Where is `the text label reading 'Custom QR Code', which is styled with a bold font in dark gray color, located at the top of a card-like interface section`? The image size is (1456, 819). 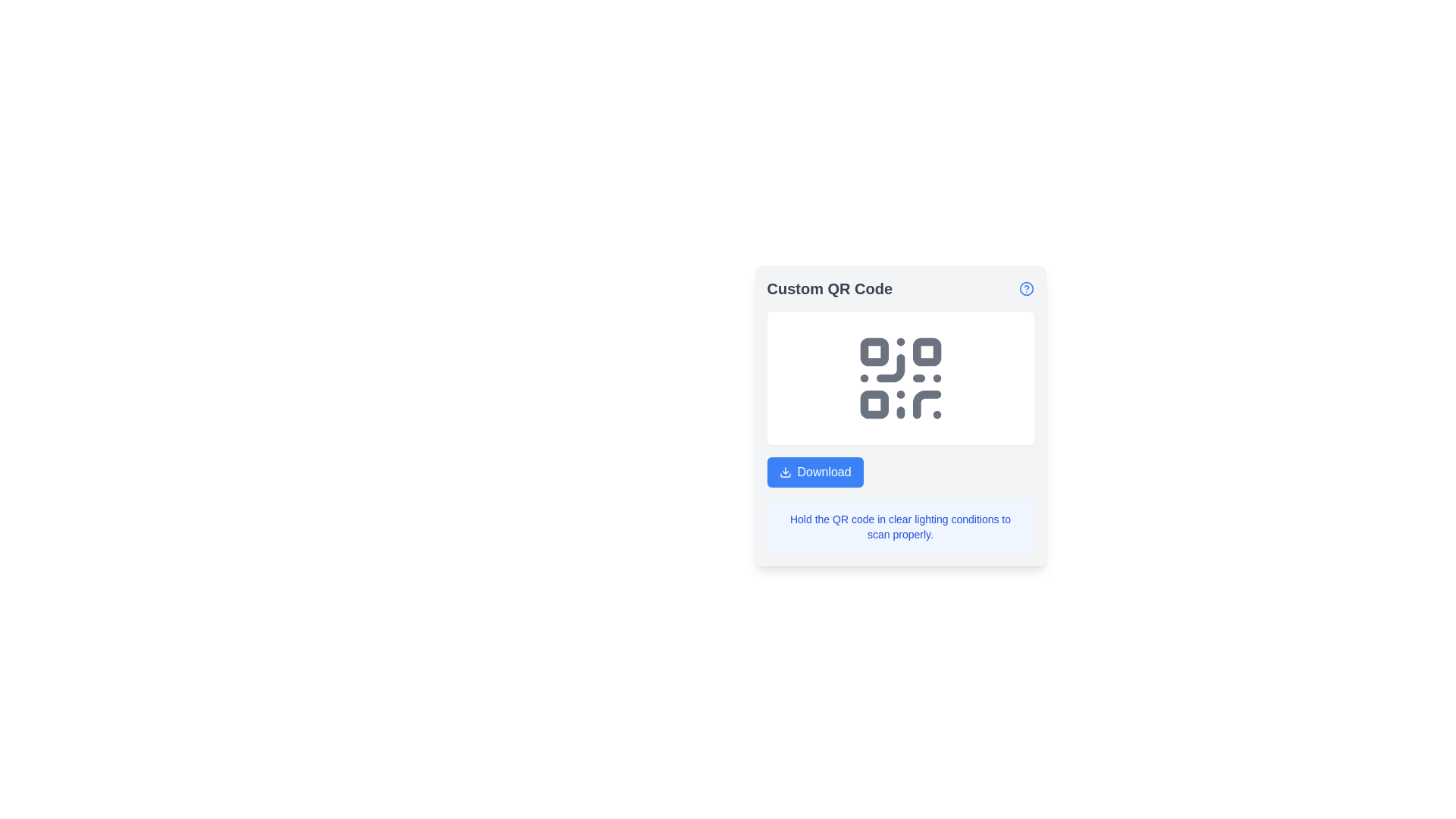
the text label reading 'Custom QR Code', which is styled with a bold font in dark gray color, located at the top of a card-like interface section is located at coordinates (829, 289).